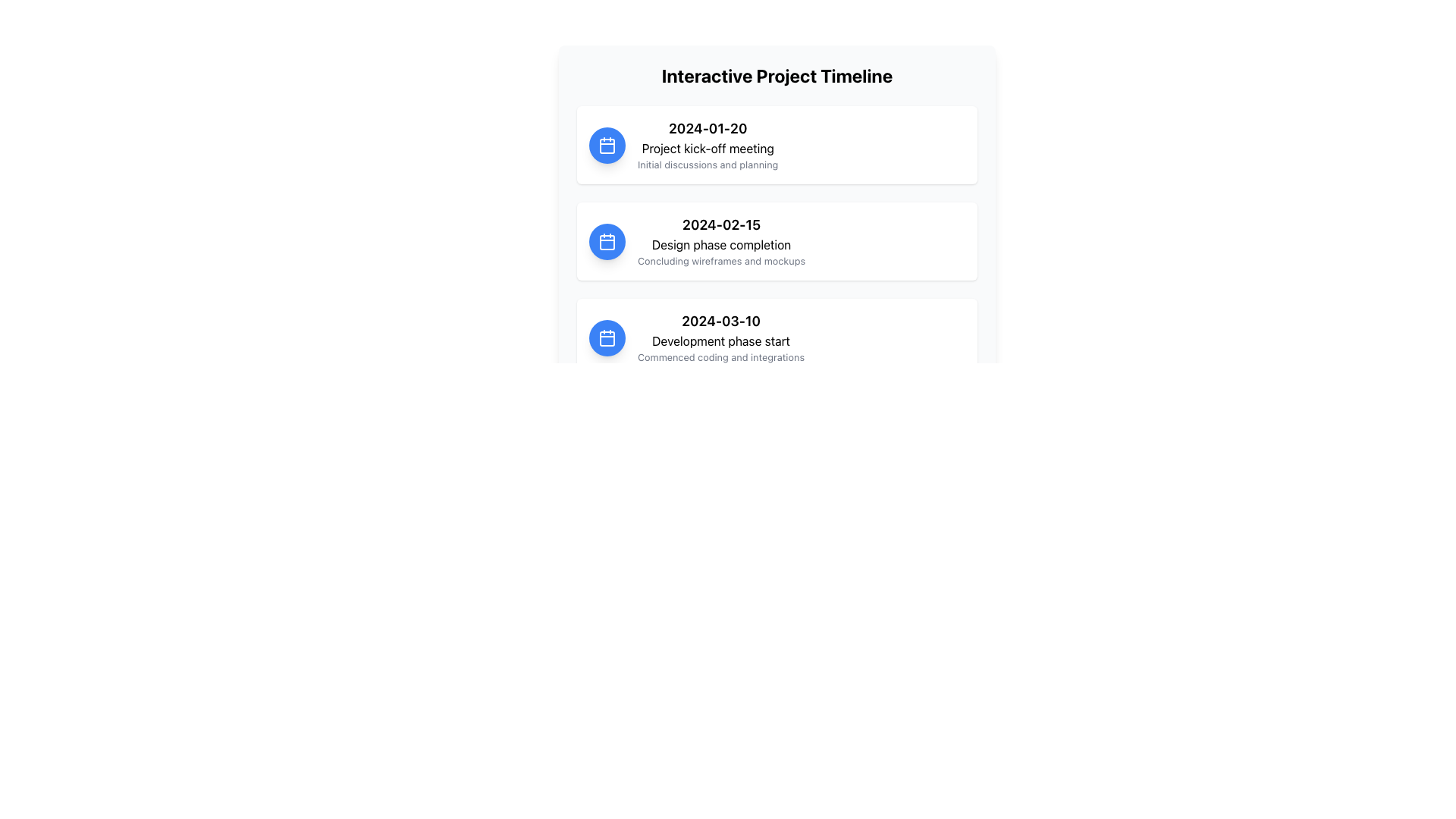  I want to click on text displayed in the third card of the vertical timeline layout, which includes a date, phase name, and additional details, so click(720, 337).